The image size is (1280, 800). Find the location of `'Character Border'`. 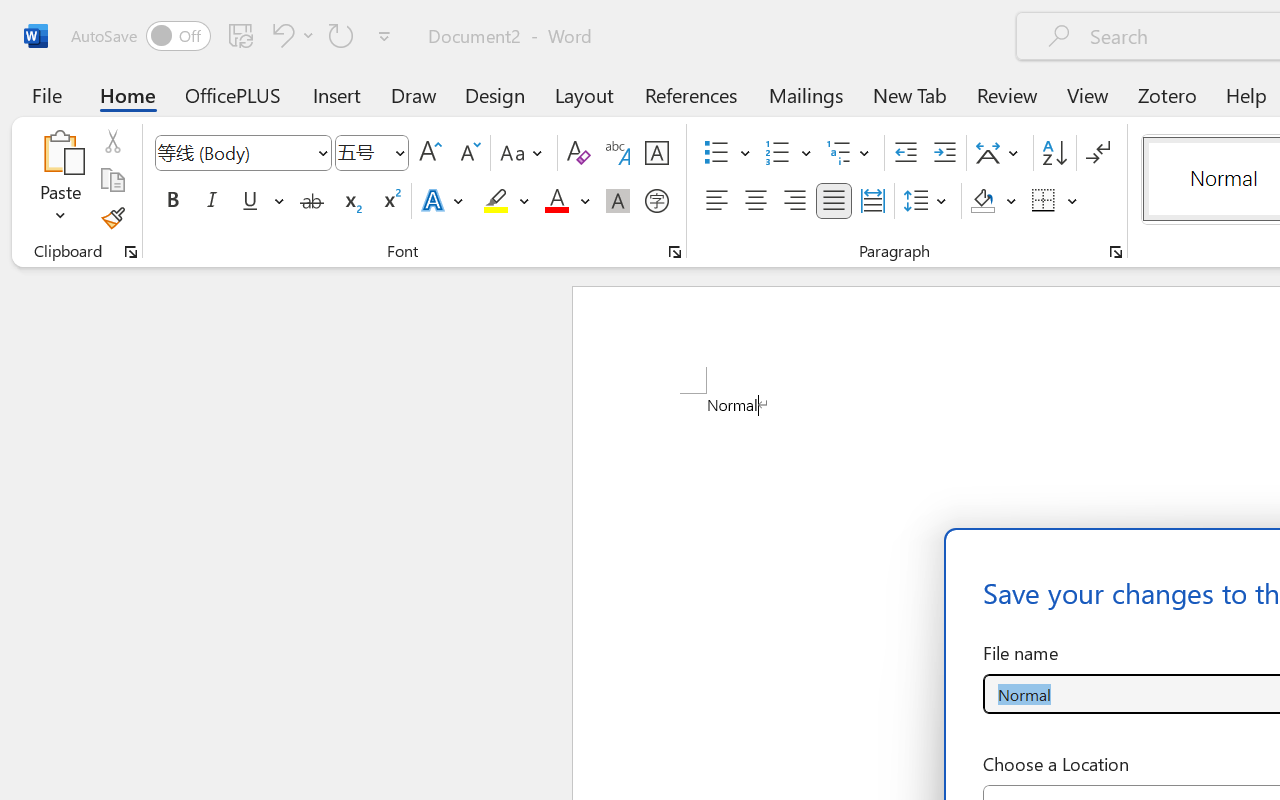

'Character Border' is located at coordinates (656, 153).